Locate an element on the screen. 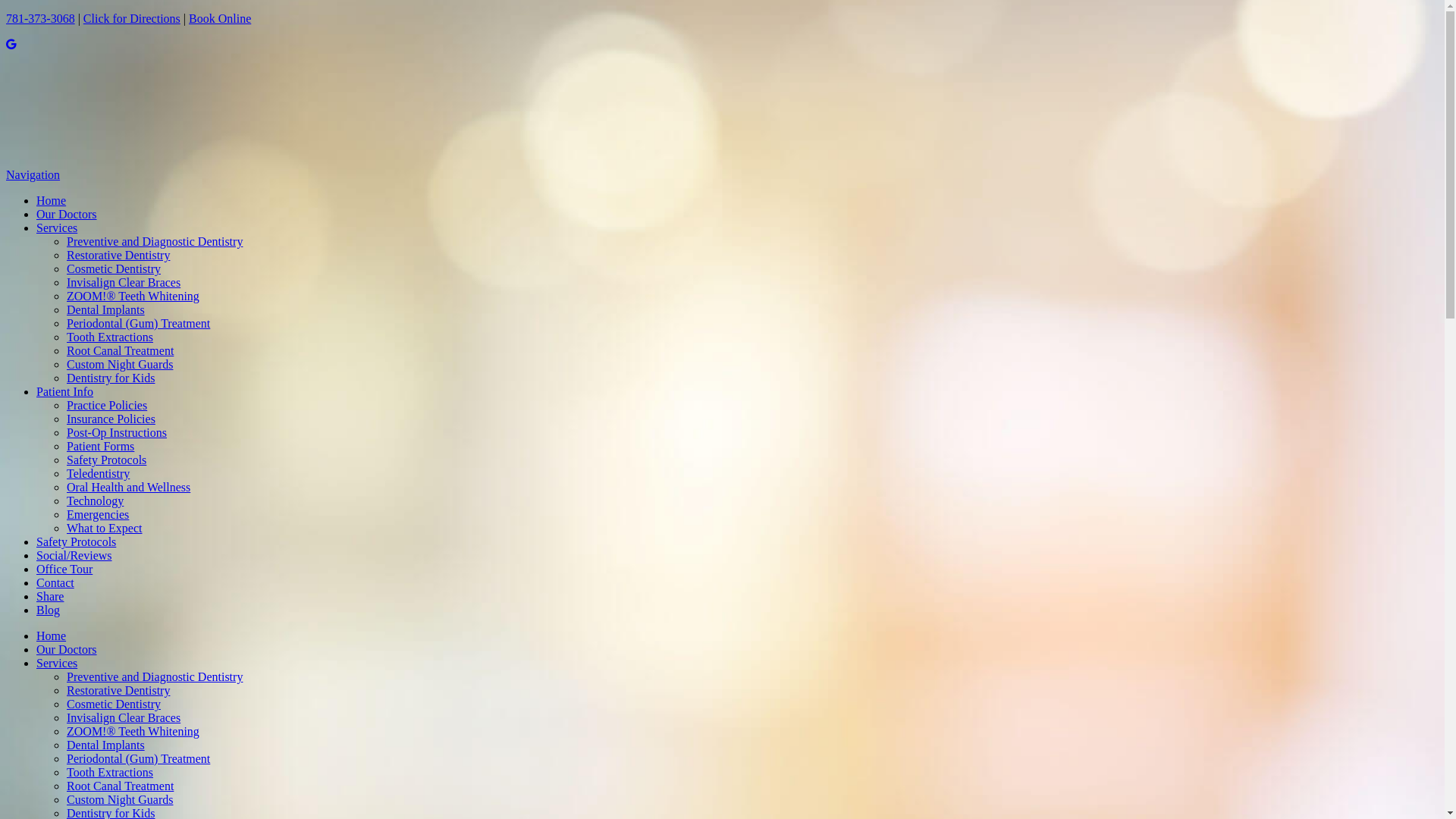 Image resolution: width=1456 pixels, height=819 pixels. 'Services' is located at coordinates (57, 227).